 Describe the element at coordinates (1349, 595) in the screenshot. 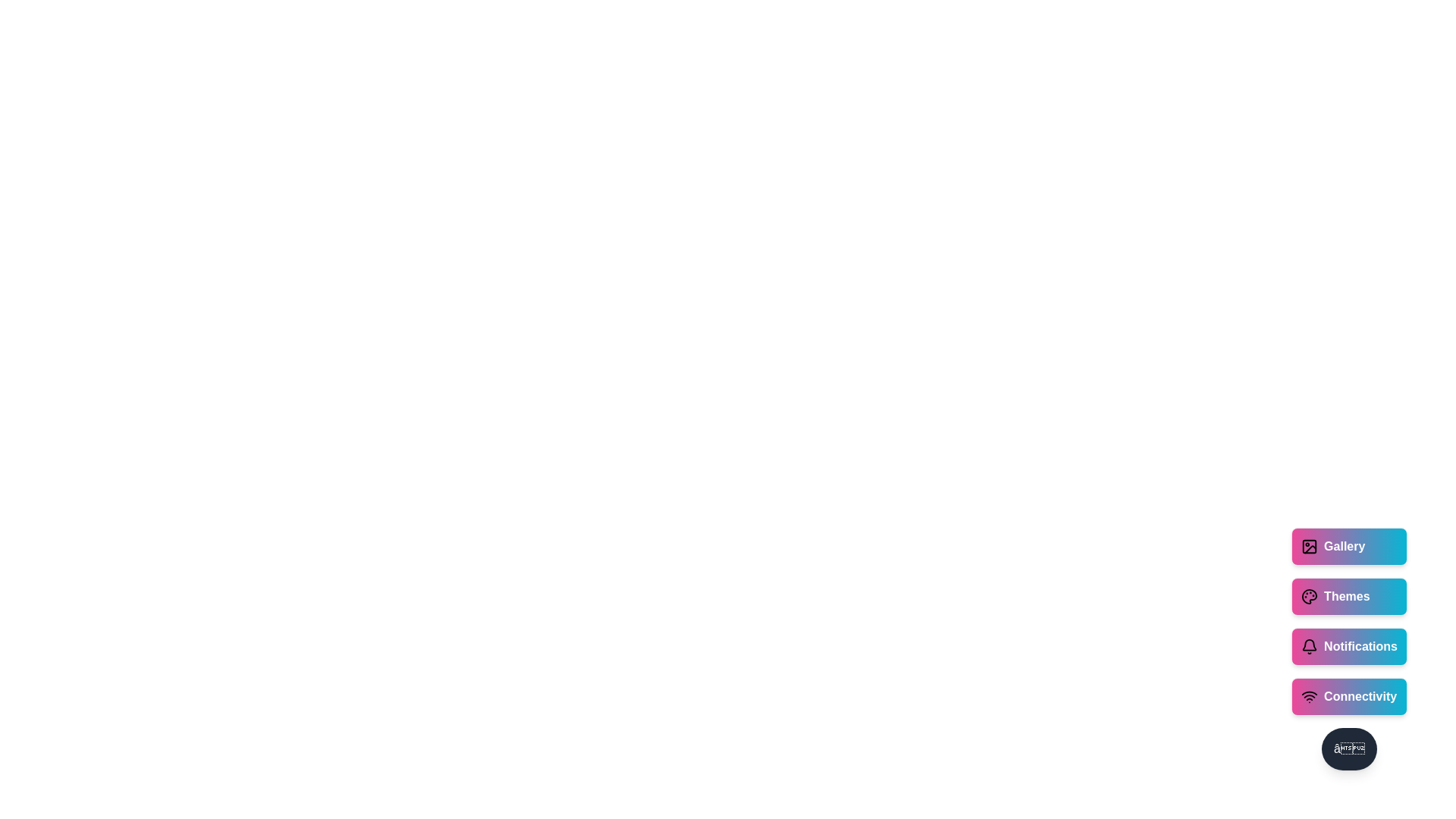

I see `the 'Themes' button located below the 'Gallery' button and above the 'Notifications' button` at that location.